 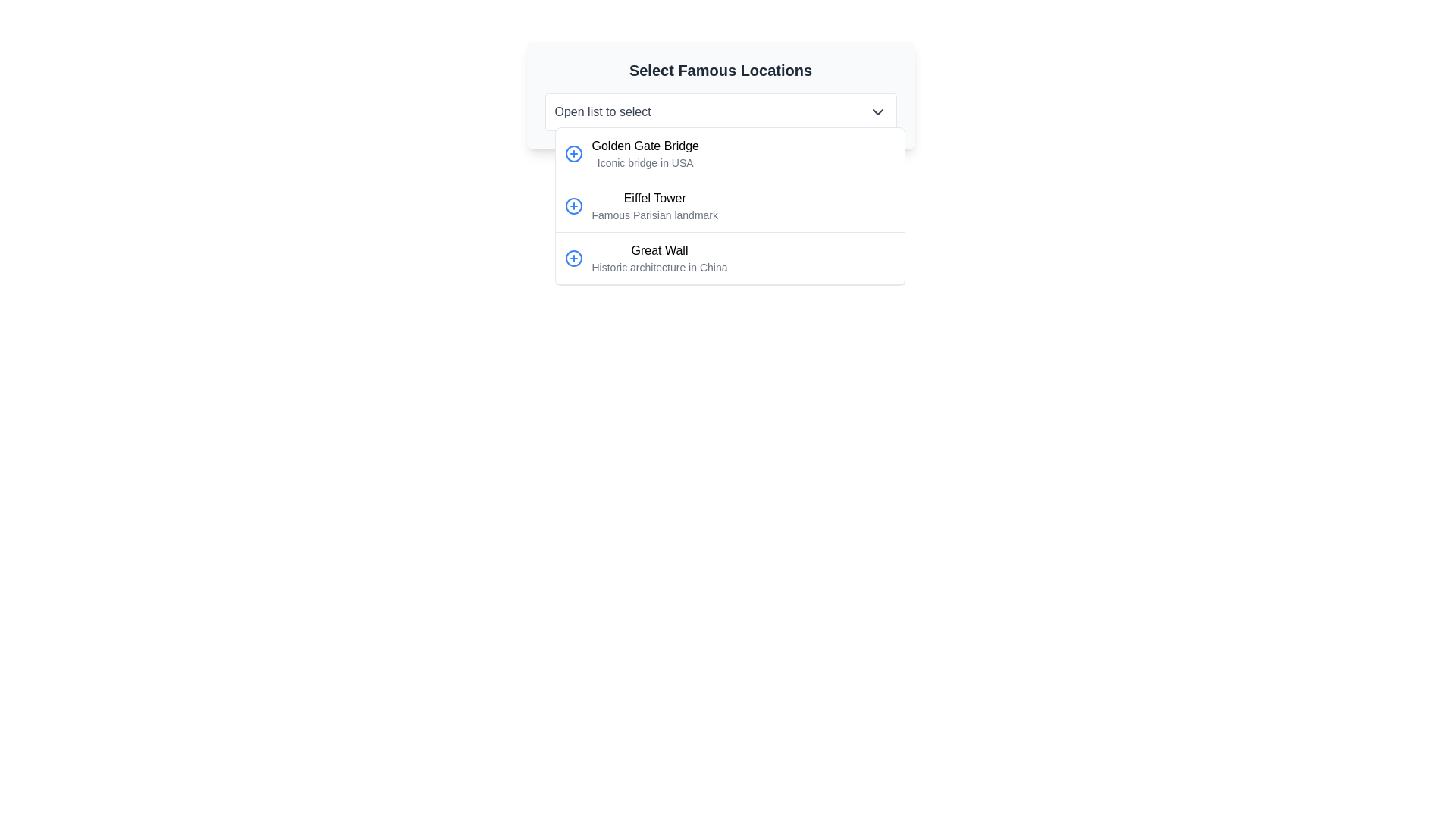 I want to click on the dropdown menu located centrally in the interface below the title 'Select Famous Locations', so click(x=720, y=96).